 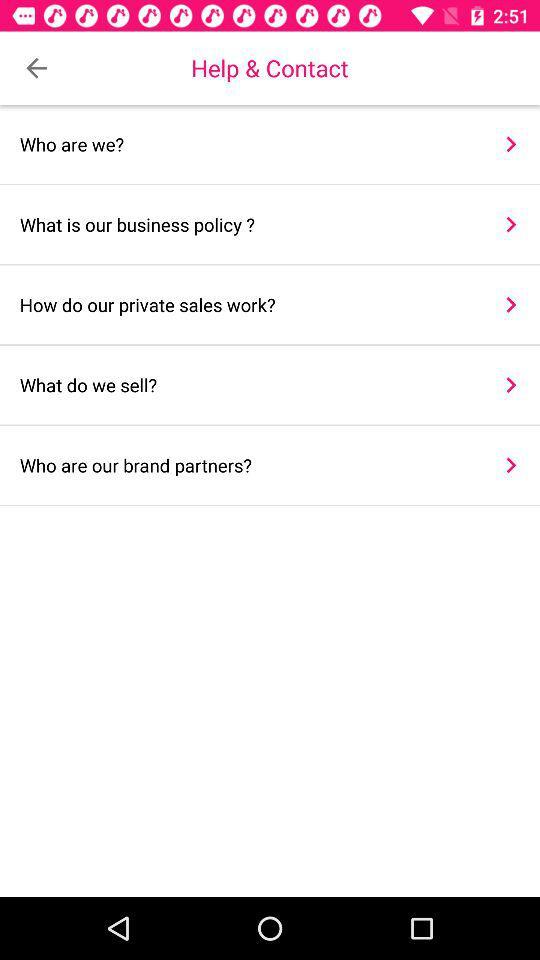 What do you see at coordinates (511, 465) in the screenshot?
I see `item next to the who are our item` at bounding box center [511, 465].